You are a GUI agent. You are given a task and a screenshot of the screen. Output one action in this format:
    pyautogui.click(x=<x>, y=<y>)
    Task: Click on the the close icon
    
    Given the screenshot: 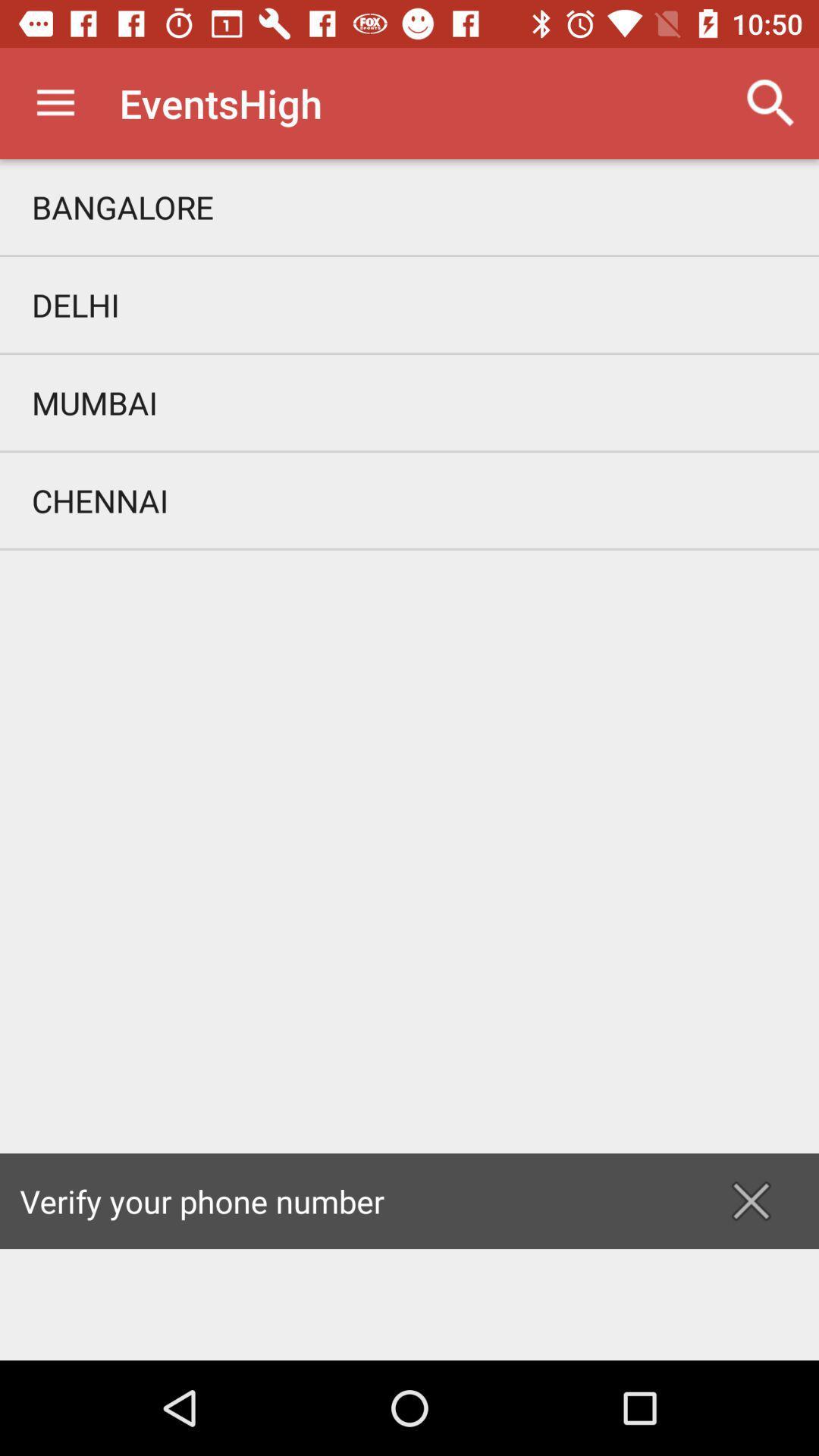 What is the action you would take?
    pyautogui.click(x=751, y=1200)
    